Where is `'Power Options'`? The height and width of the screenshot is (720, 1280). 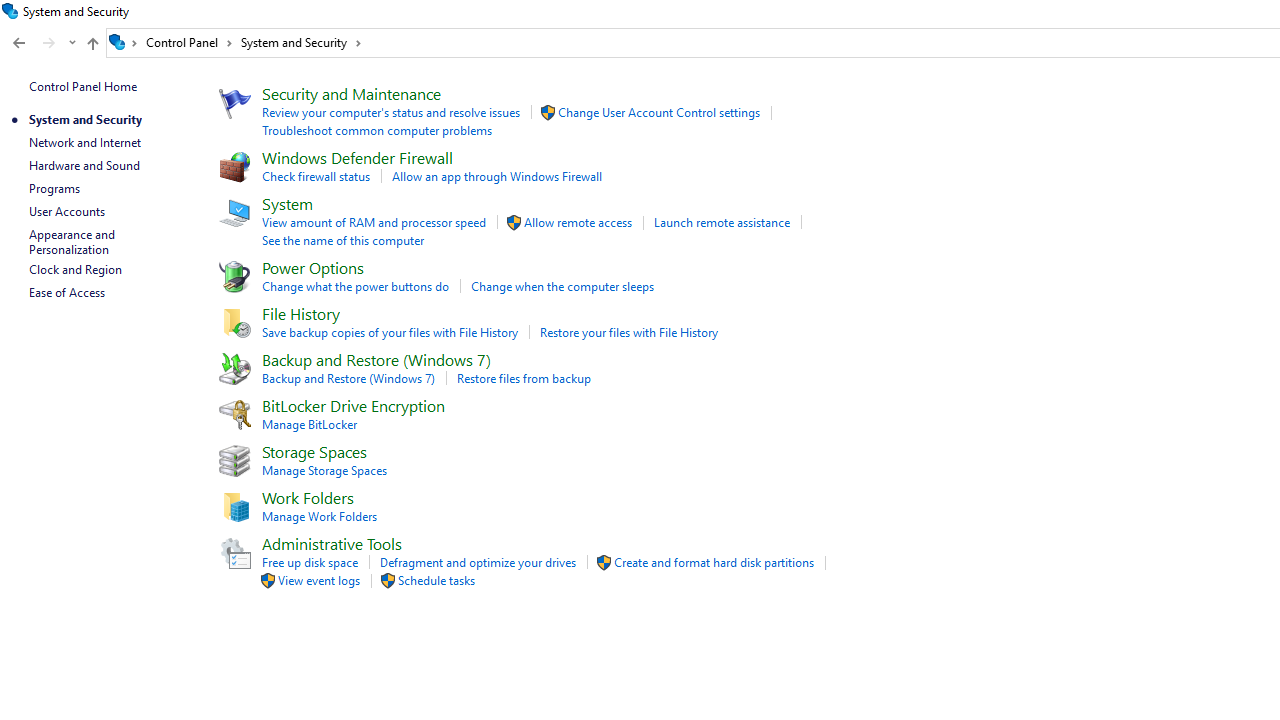
'Power Options' is located at coordinates (311, 266).